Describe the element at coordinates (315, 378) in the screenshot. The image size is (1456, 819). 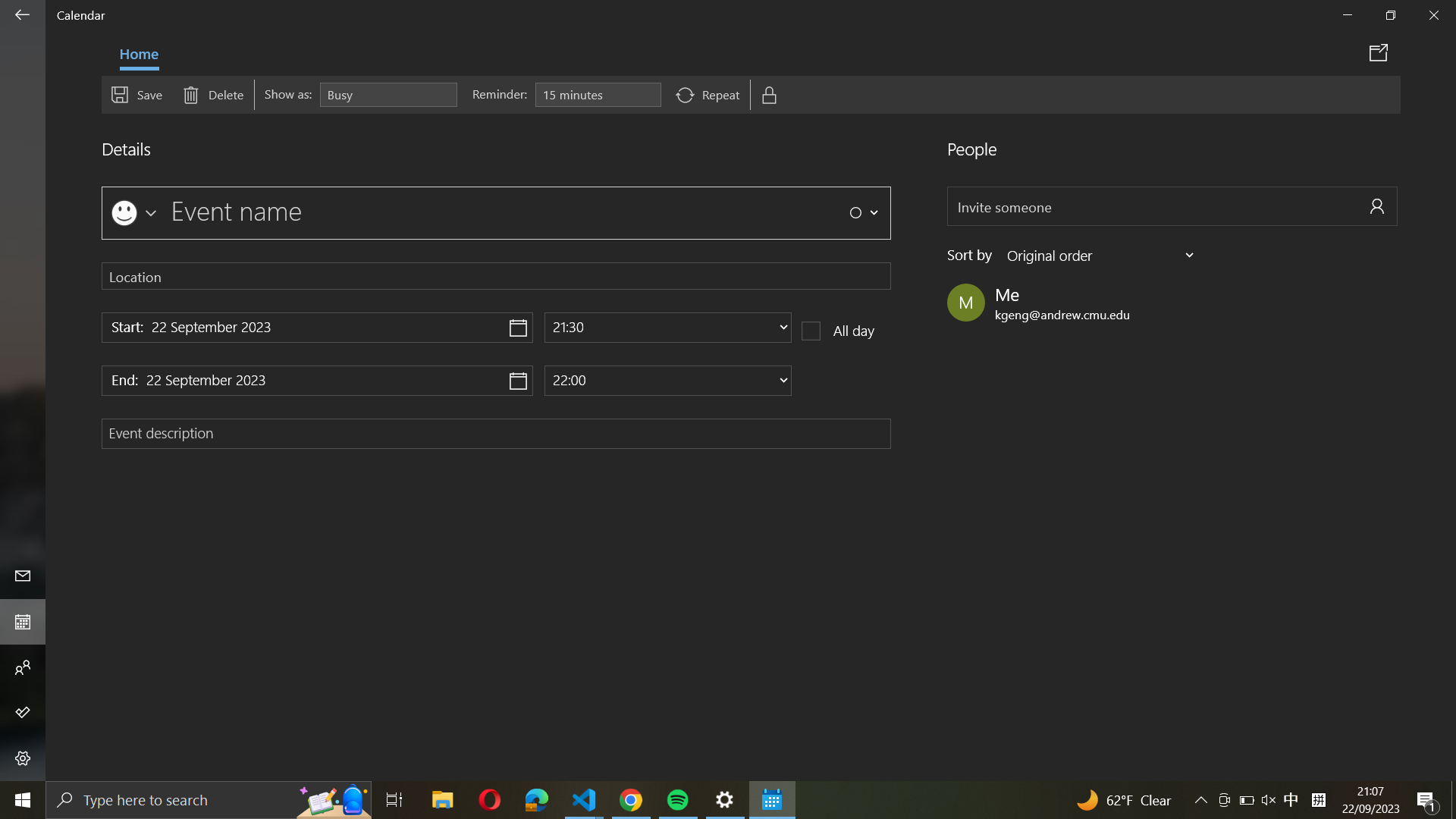
I see `Navigate and set the event"s finish date` at that location.